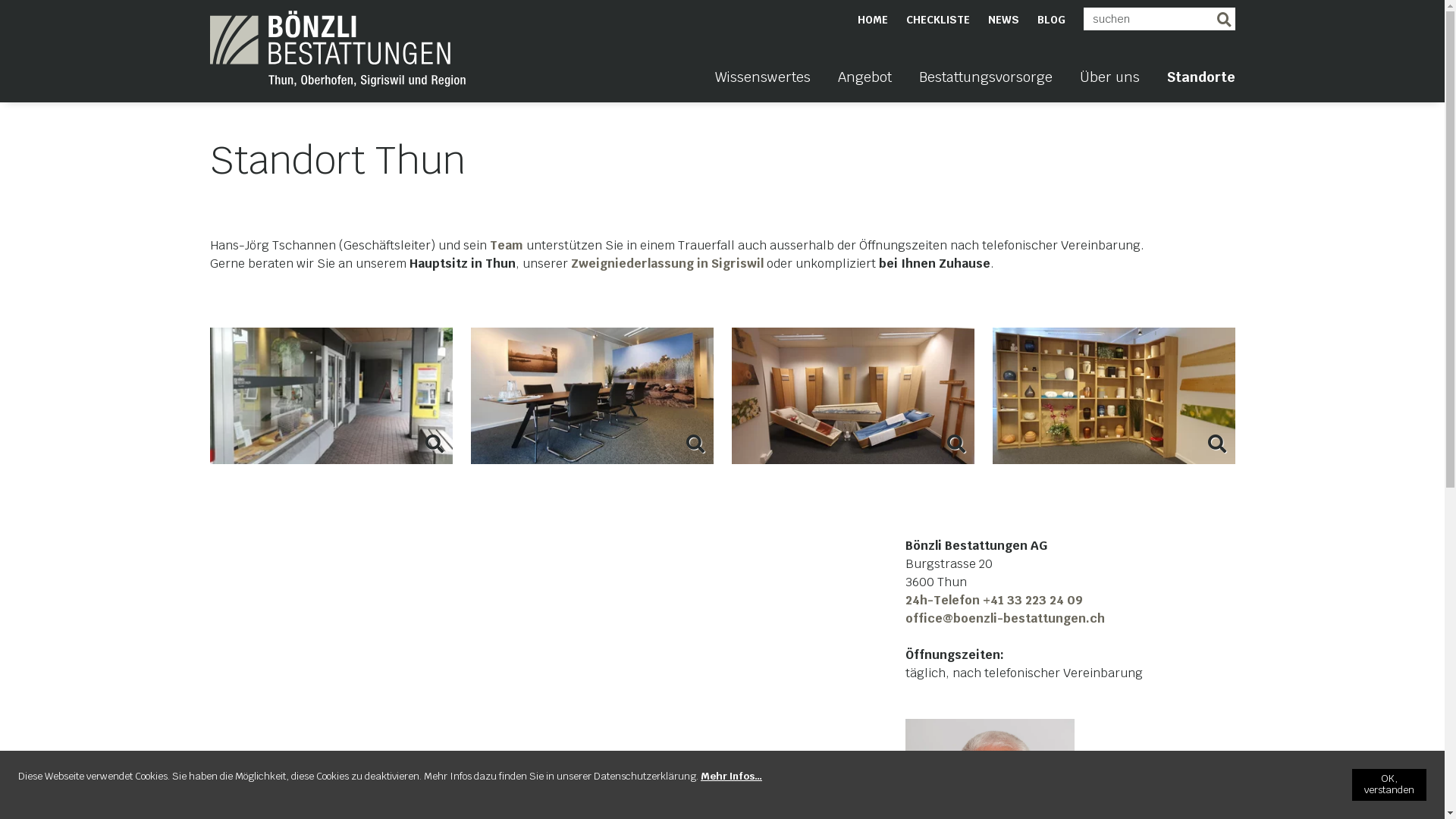 This screenshot has height=819, width=1456. I want to click on 'Standorte', so click(1165, 85).